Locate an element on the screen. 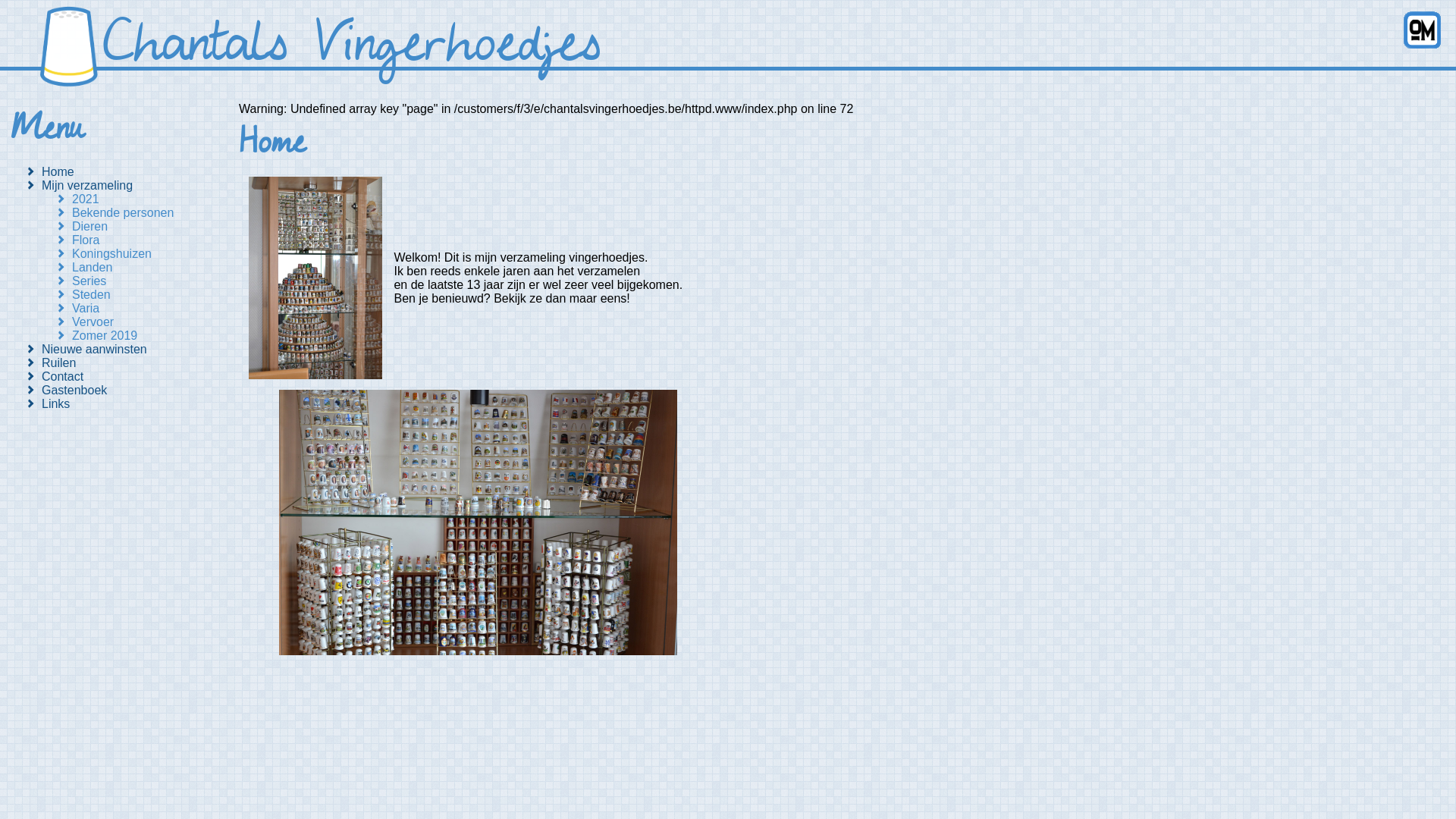  '2021' is located at coordinates (144, 198).